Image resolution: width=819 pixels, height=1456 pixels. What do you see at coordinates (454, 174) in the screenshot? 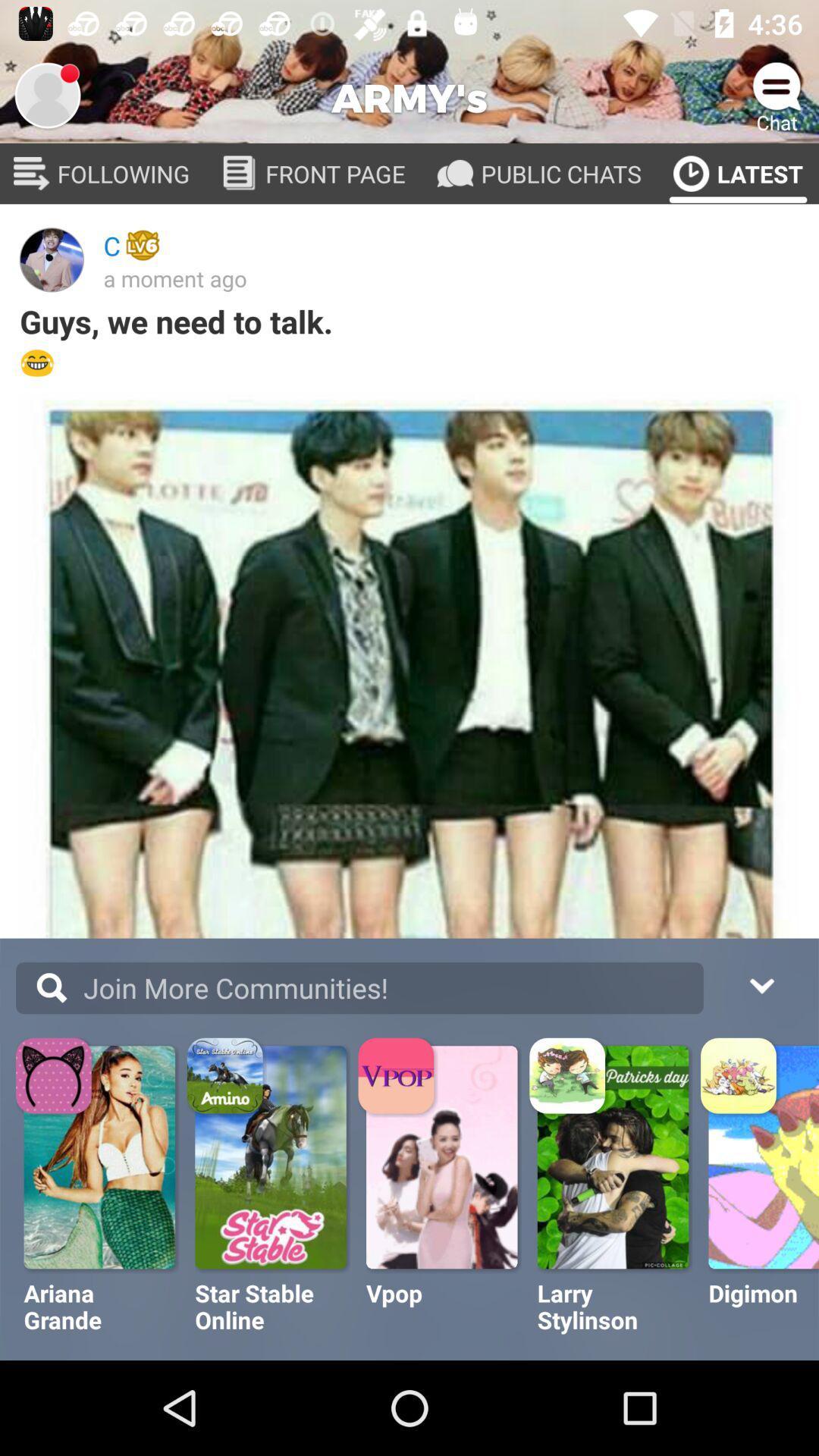
I see `the public chats icon` at bounding box center [454, 174].